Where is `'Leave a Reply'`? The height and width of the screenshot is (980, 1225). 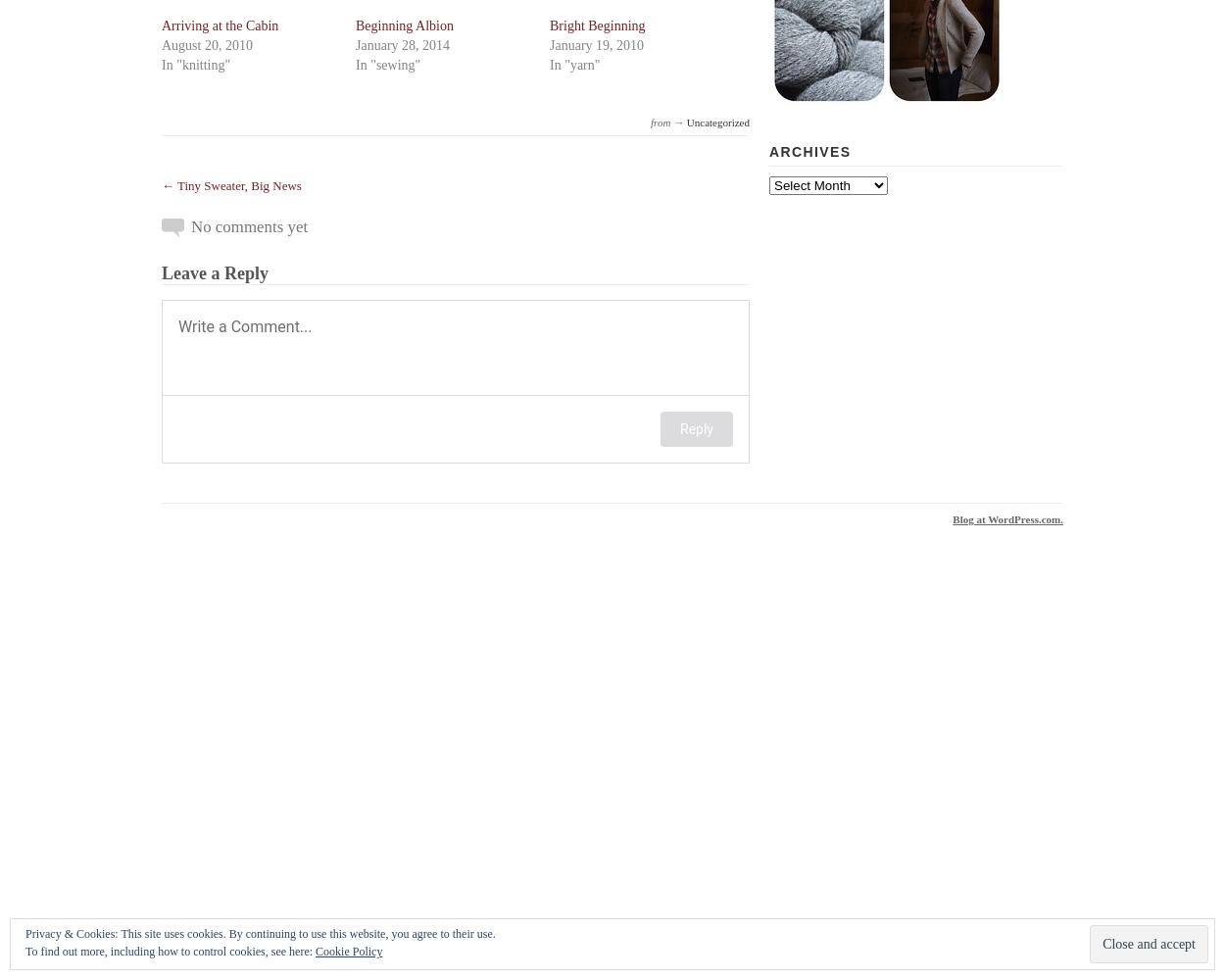 'Leave a Reply' is located at coordinates (214, 273).